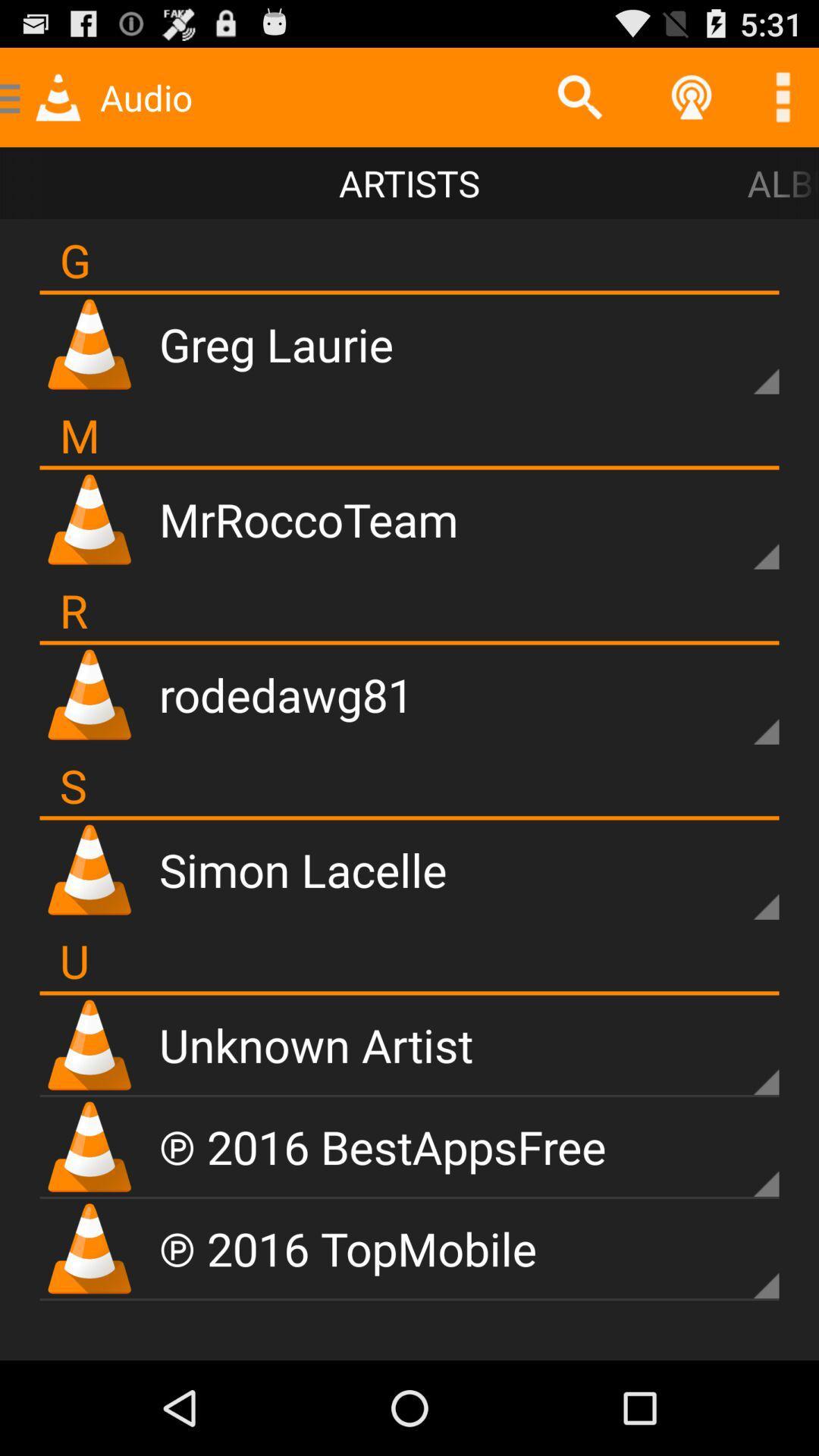  Describe the element at coordinates (409, 292) in the screenshot. I see `icon below the g icon` at that location.